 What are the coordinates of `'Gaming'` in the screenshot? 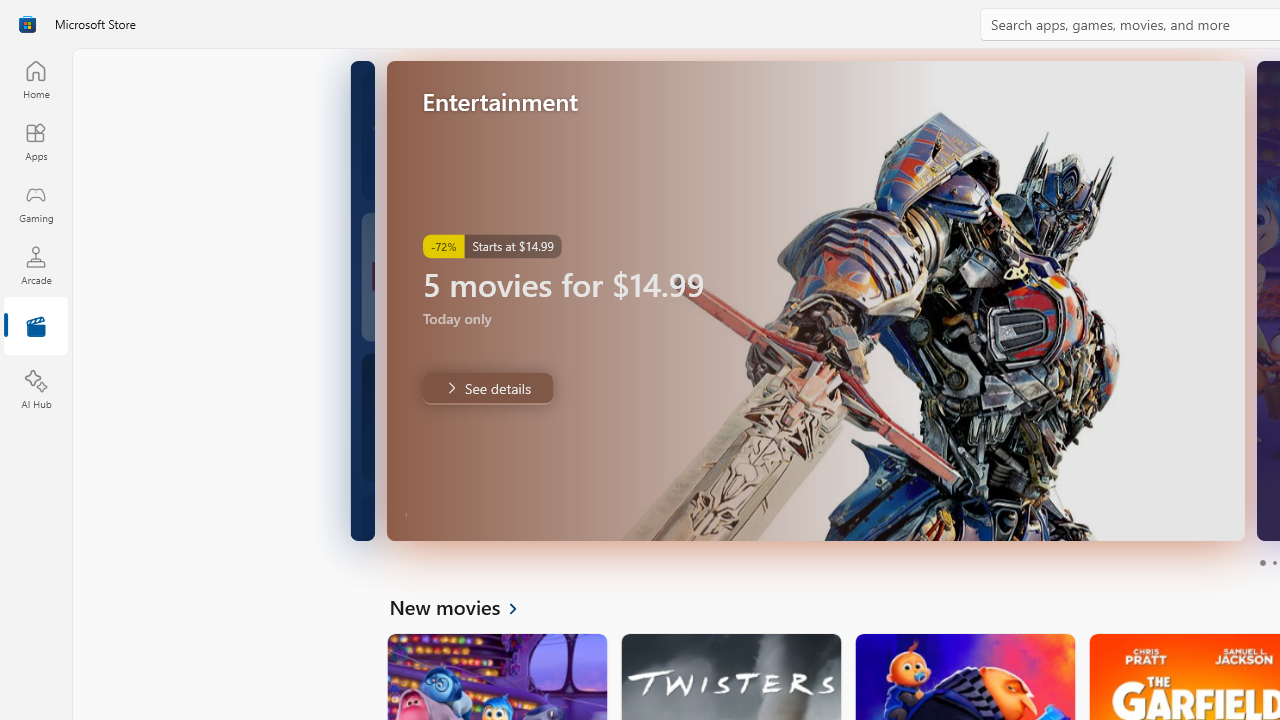 It's located at (35, 203).